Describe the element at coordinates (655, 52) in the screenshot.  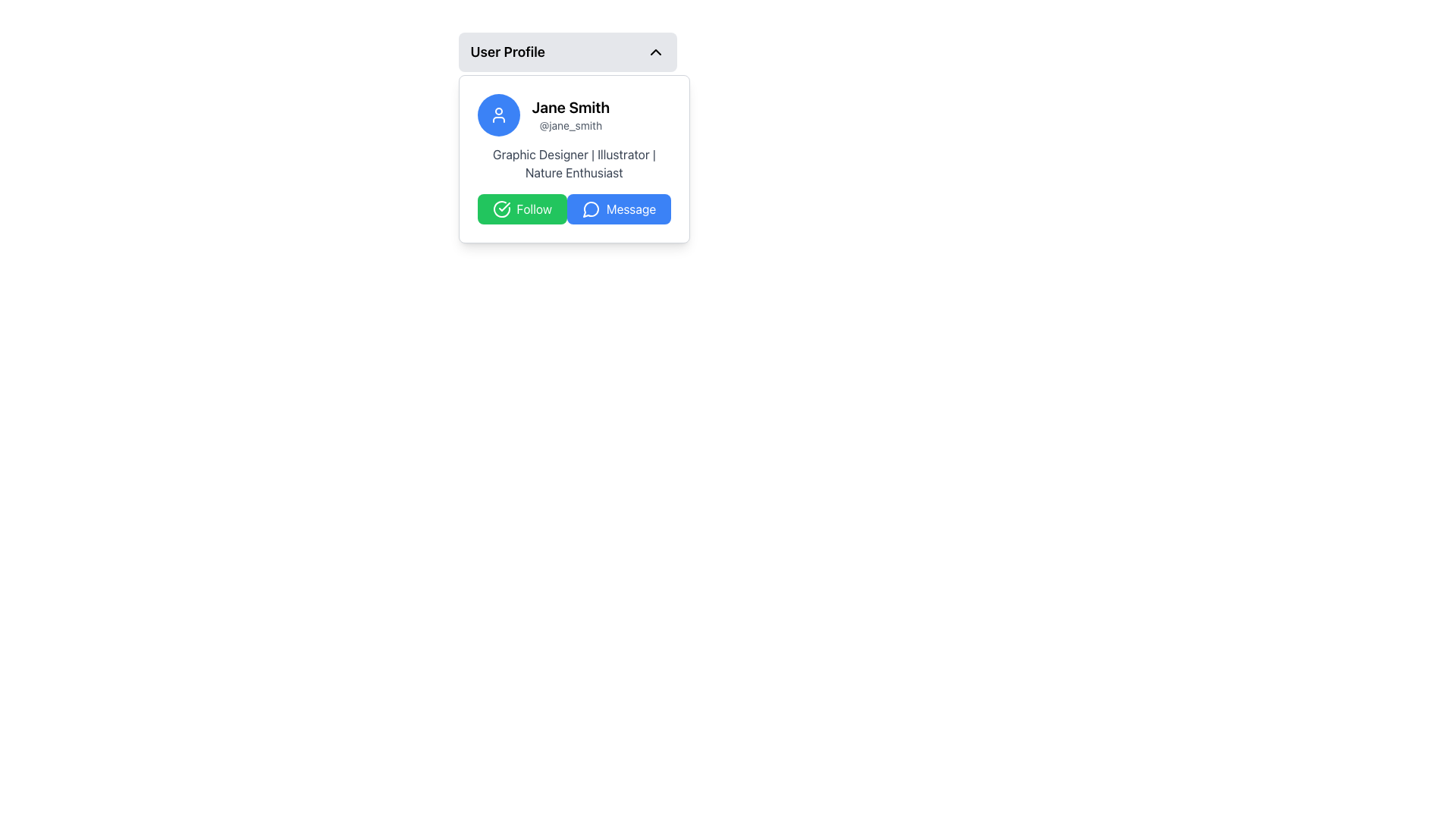
I see `the upward-pointing chevron icon with a black outline in the top-right corner of the 'User Profile' section` at that location.